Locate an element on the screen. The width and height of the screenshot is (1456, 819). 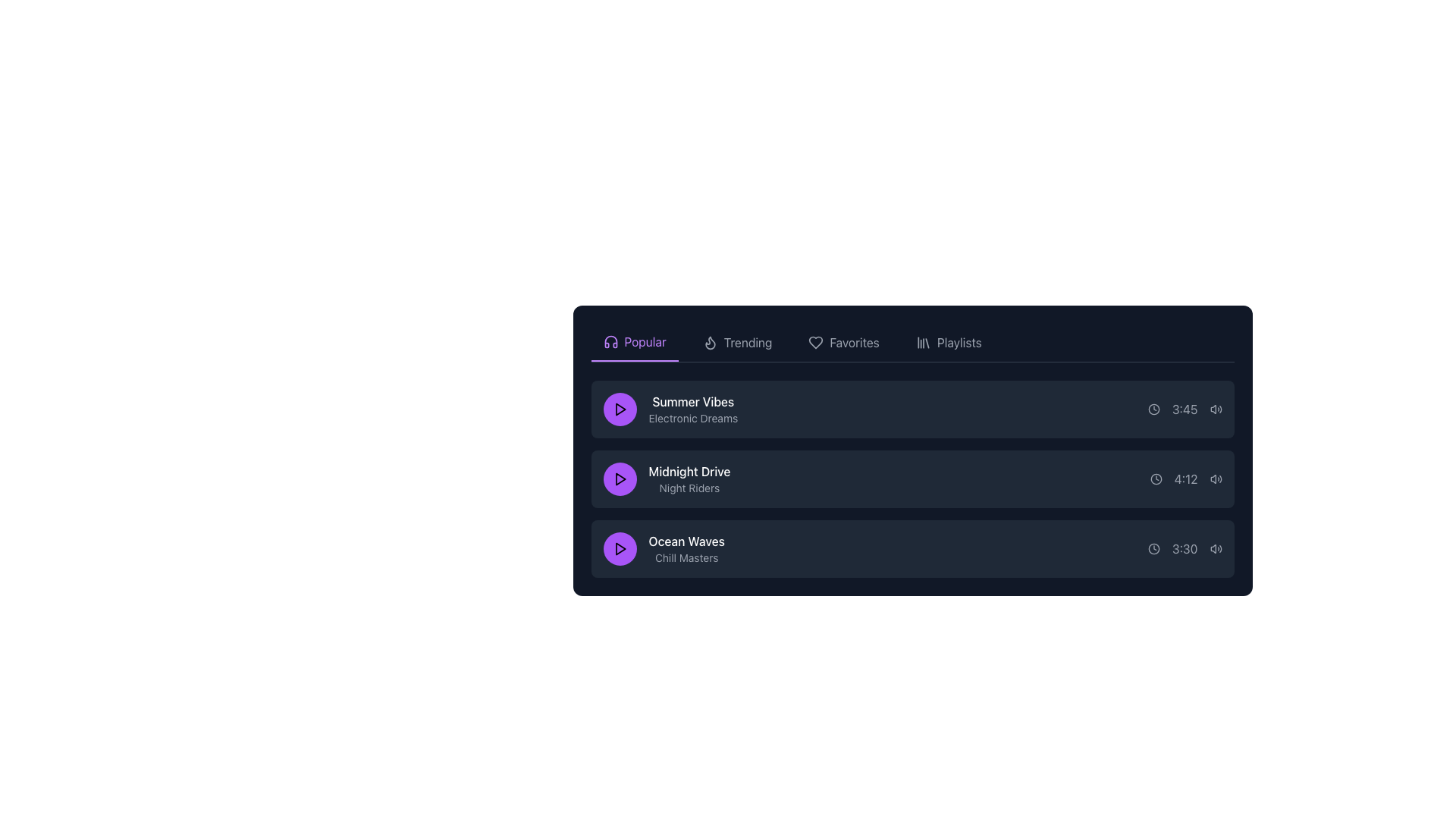
the heart-shaped icon in the top navigation bar is located at coordinates (815, 342).